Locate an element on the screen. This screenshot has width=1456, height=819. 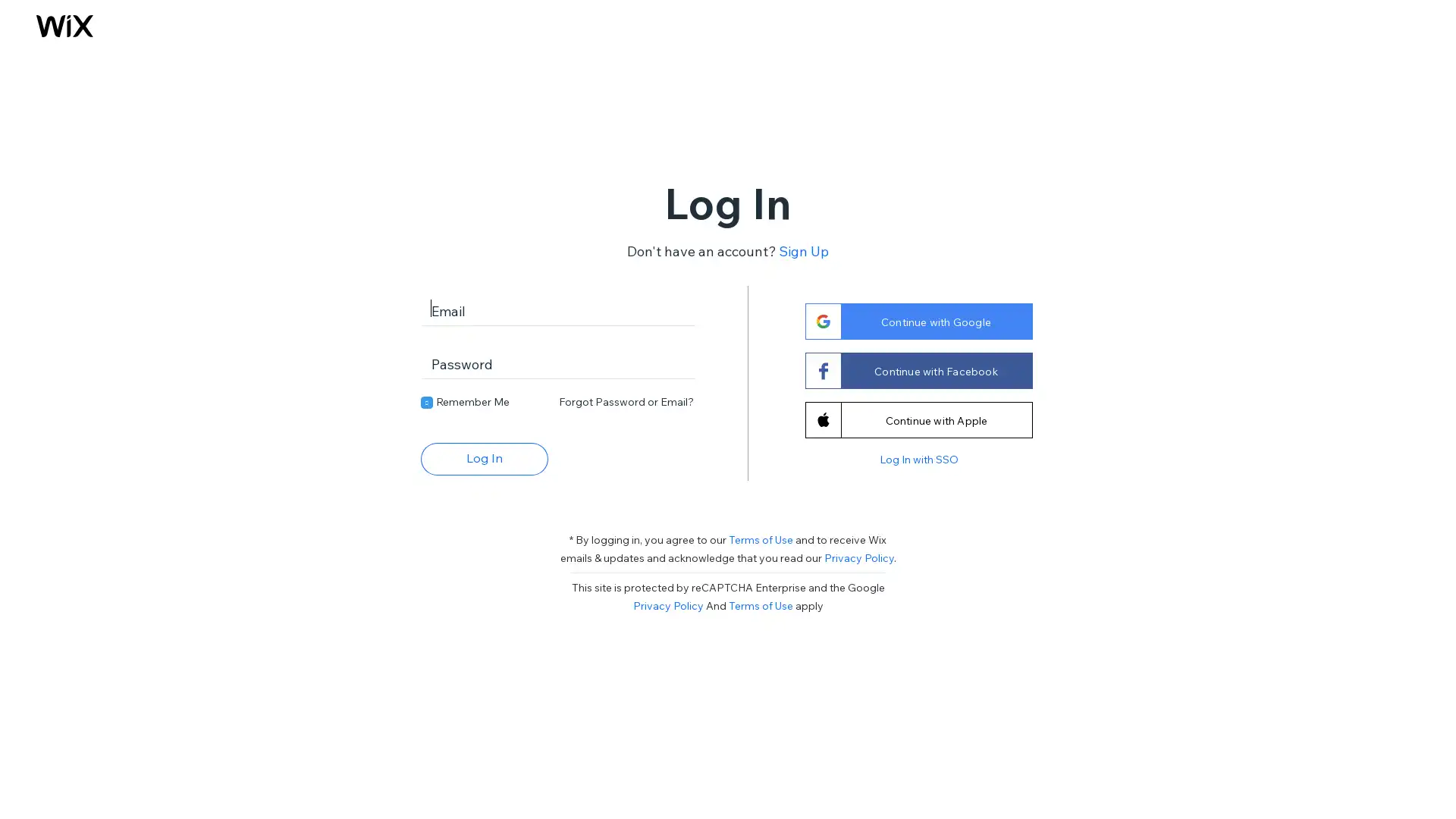
Continue with Facebook is located at coordinates (917, 370).